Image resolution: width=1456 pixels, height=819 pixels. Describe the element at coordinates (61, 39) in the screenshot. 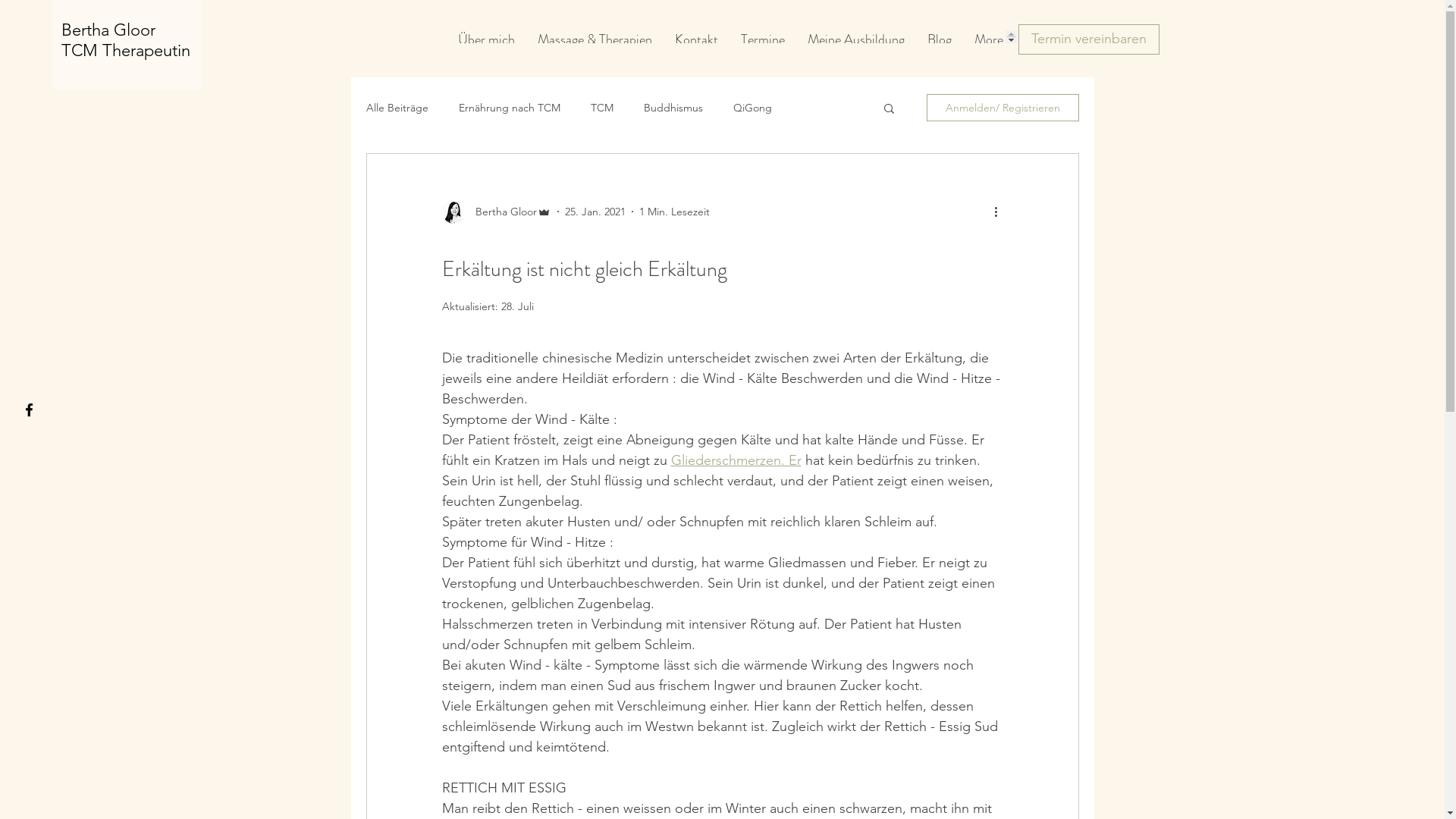

I see `'Bertha Gloor` at that location.